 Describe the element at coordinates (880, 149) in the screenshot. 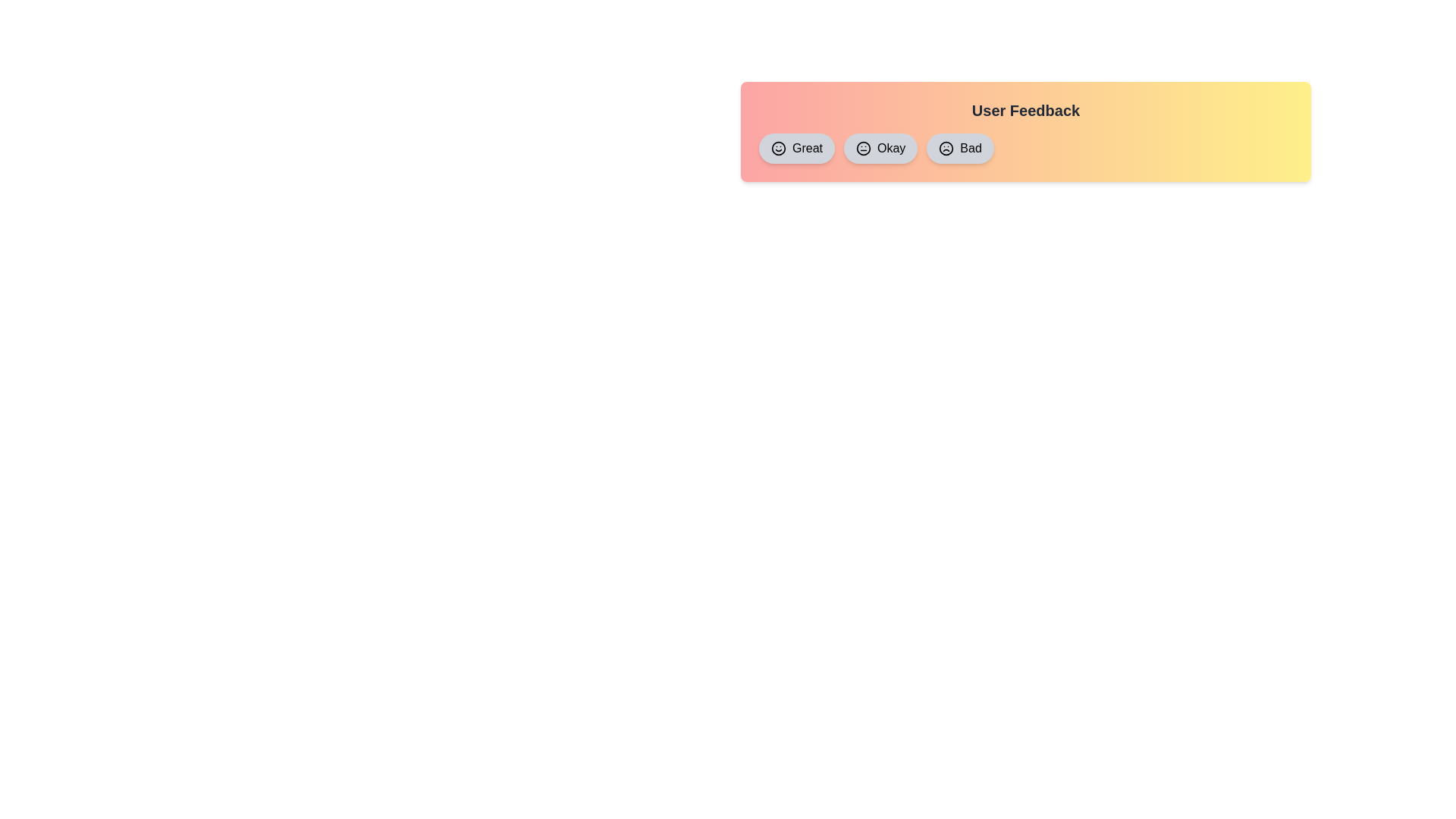

I see `the 'Okay' feedback chip to toggle its selection` at that location.